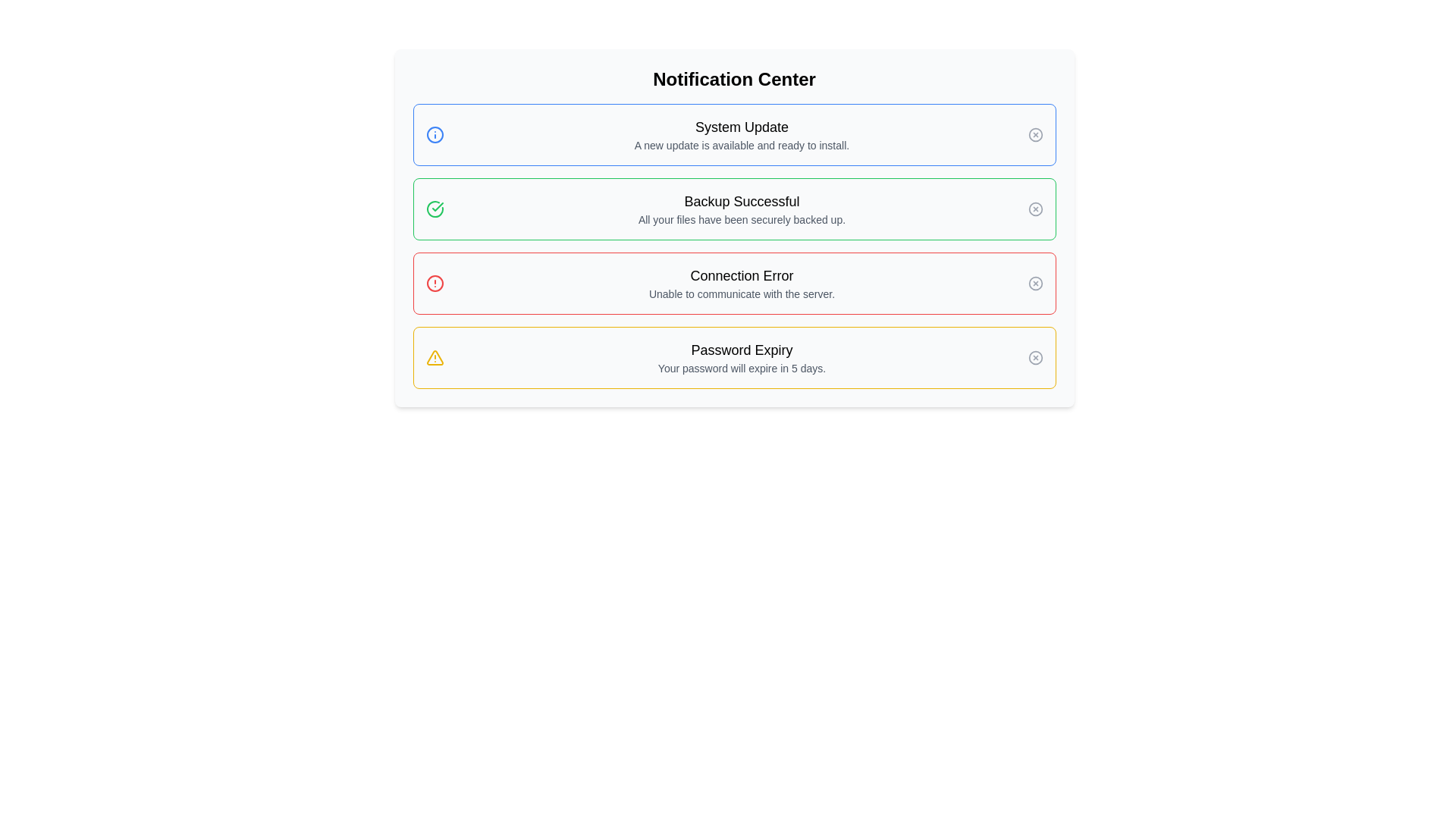 The height and width of the screenshot is (819, 1456). What do you see at coordinates (742, 146) in the screenshot?
I see `explanatory text located beneath the 'System Update' title within the notification card in the notification center interface` at bounding box center [742, 146].